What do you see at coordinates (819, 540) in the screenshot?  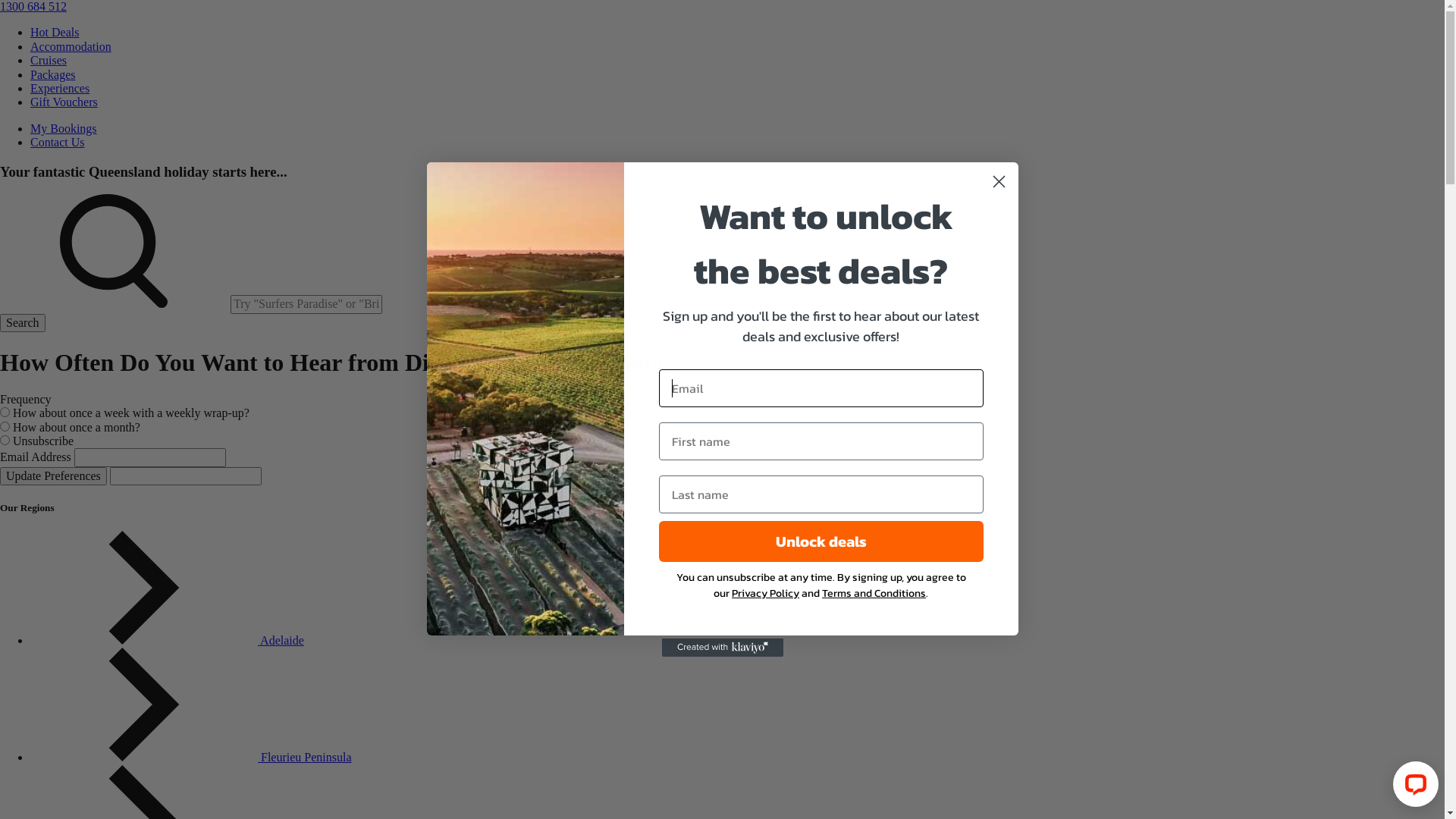 I see `'Unlock deals'` at bounding box center [819, 540].